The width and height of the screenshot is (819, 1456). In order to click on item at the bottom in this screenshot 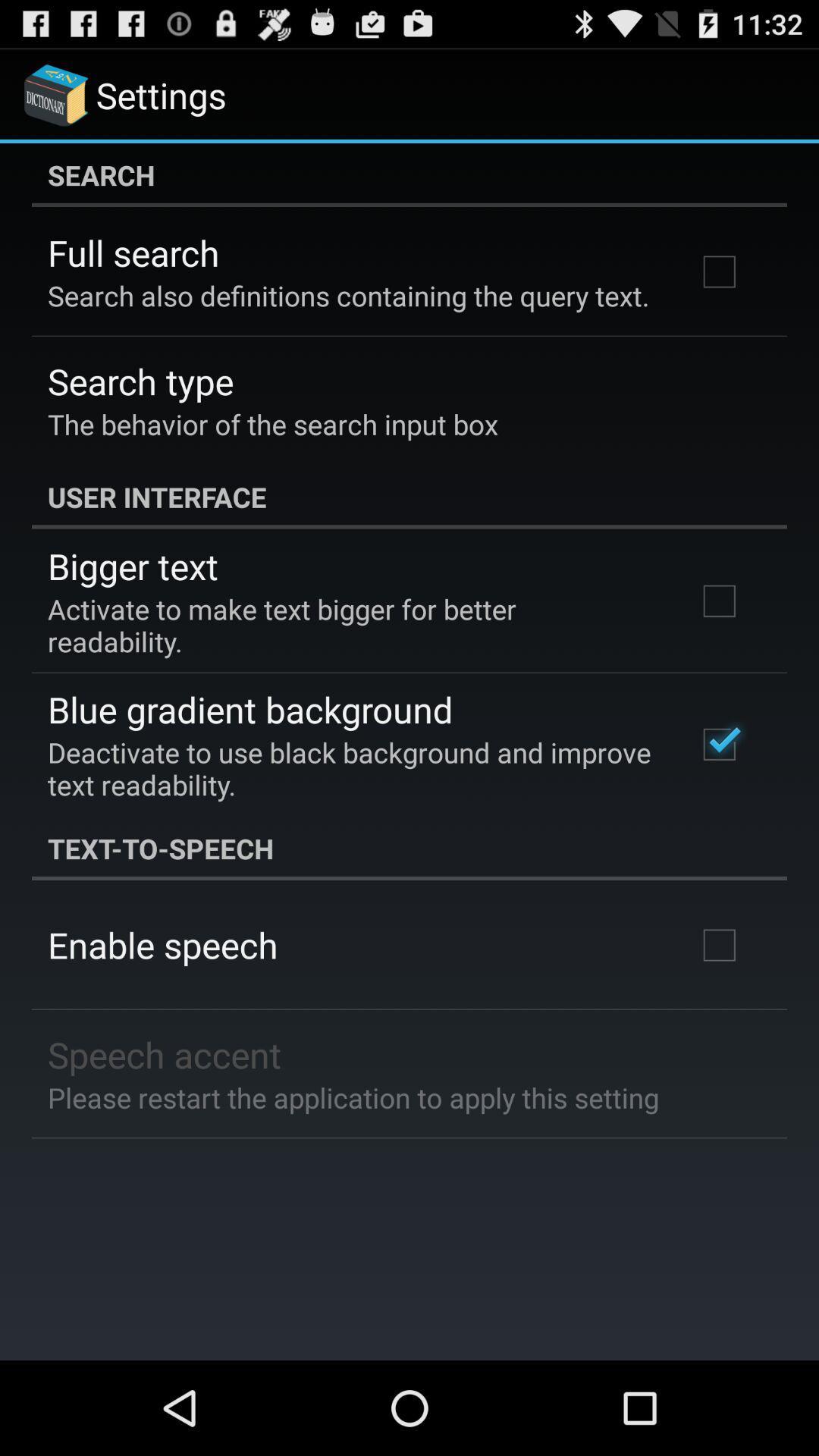, I will do `click(353, 1097)`.